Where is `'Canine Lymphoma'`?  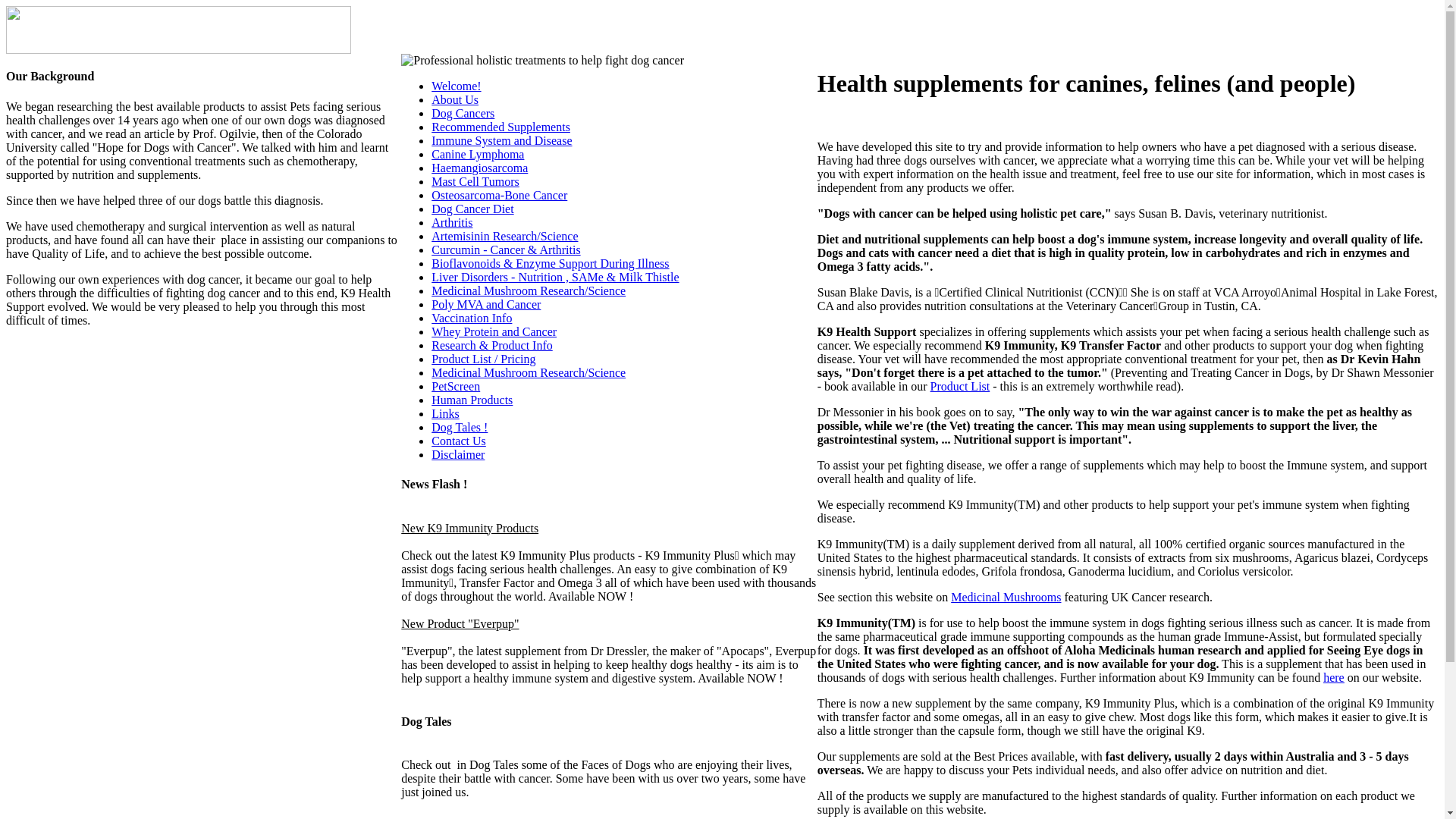 'Canine Lymphoma' is located at coordinates (476, 154).